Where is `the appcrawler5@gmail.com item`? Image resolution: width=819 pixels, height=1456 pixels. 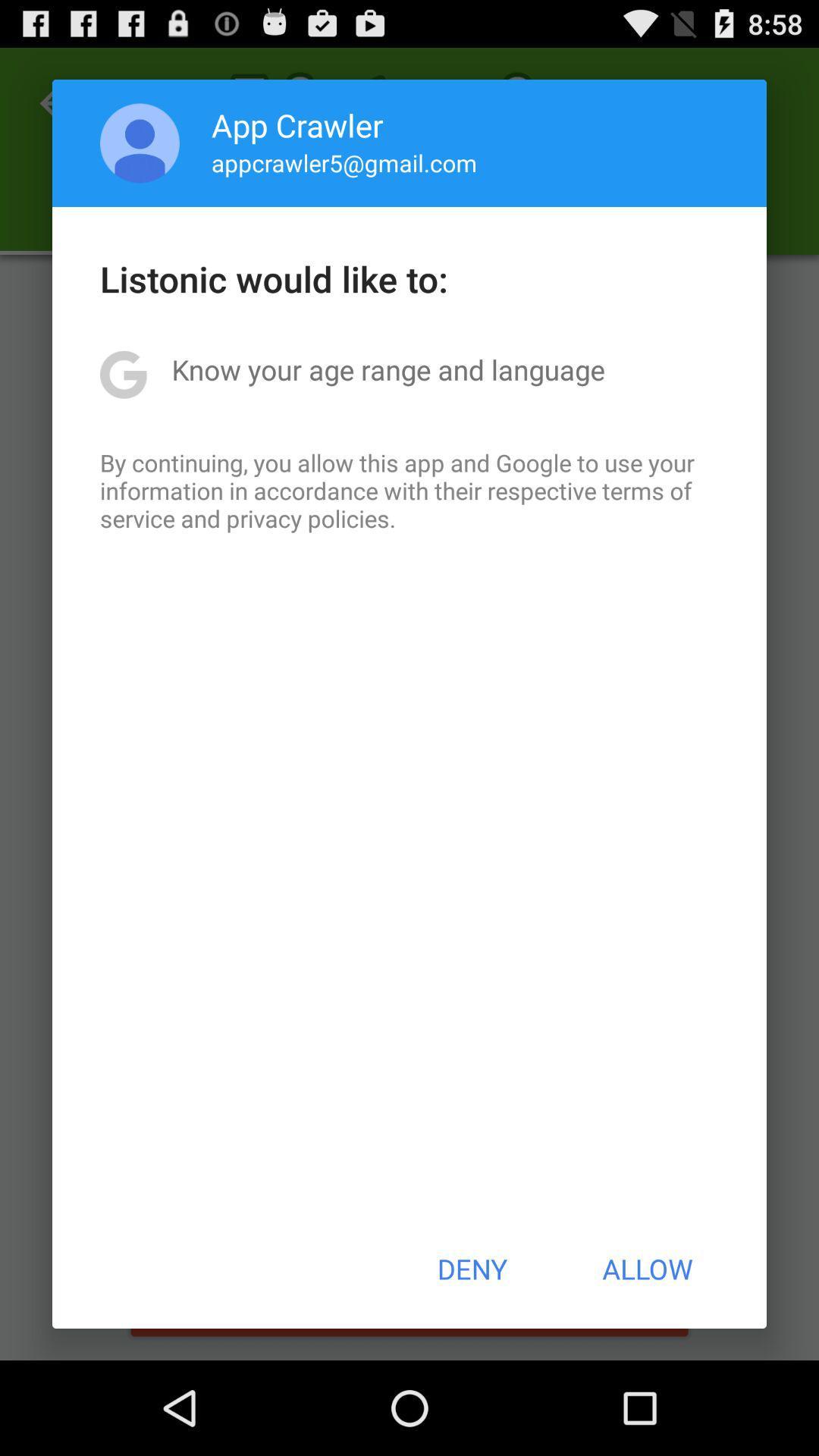 the appcrawler5@gmail.com item is located at coordinates (344, 162).